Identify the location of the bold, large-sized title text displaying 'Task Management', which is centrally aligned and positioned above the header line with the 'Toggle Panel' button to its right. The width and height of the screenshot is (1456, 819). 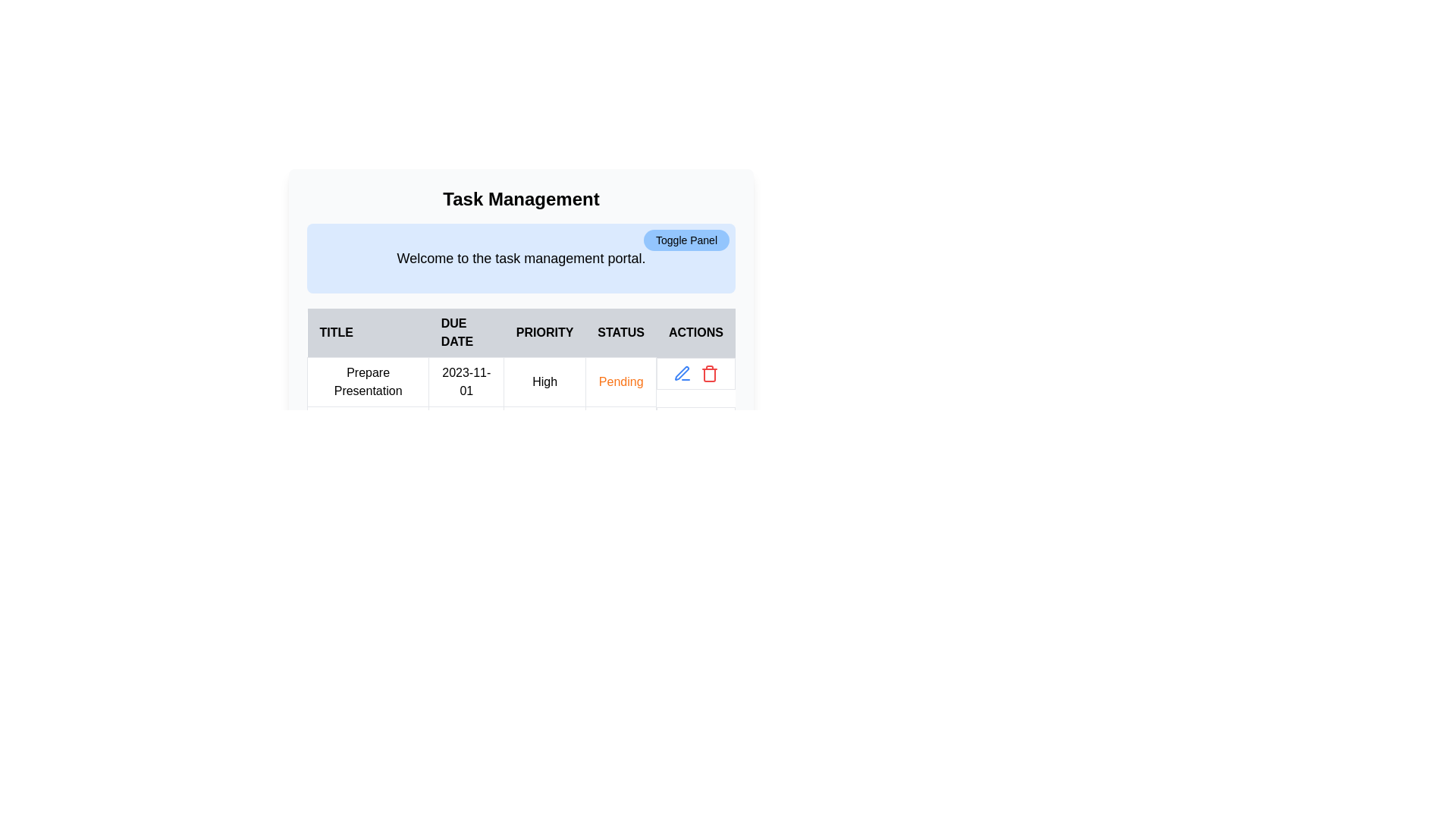
(521, 198).